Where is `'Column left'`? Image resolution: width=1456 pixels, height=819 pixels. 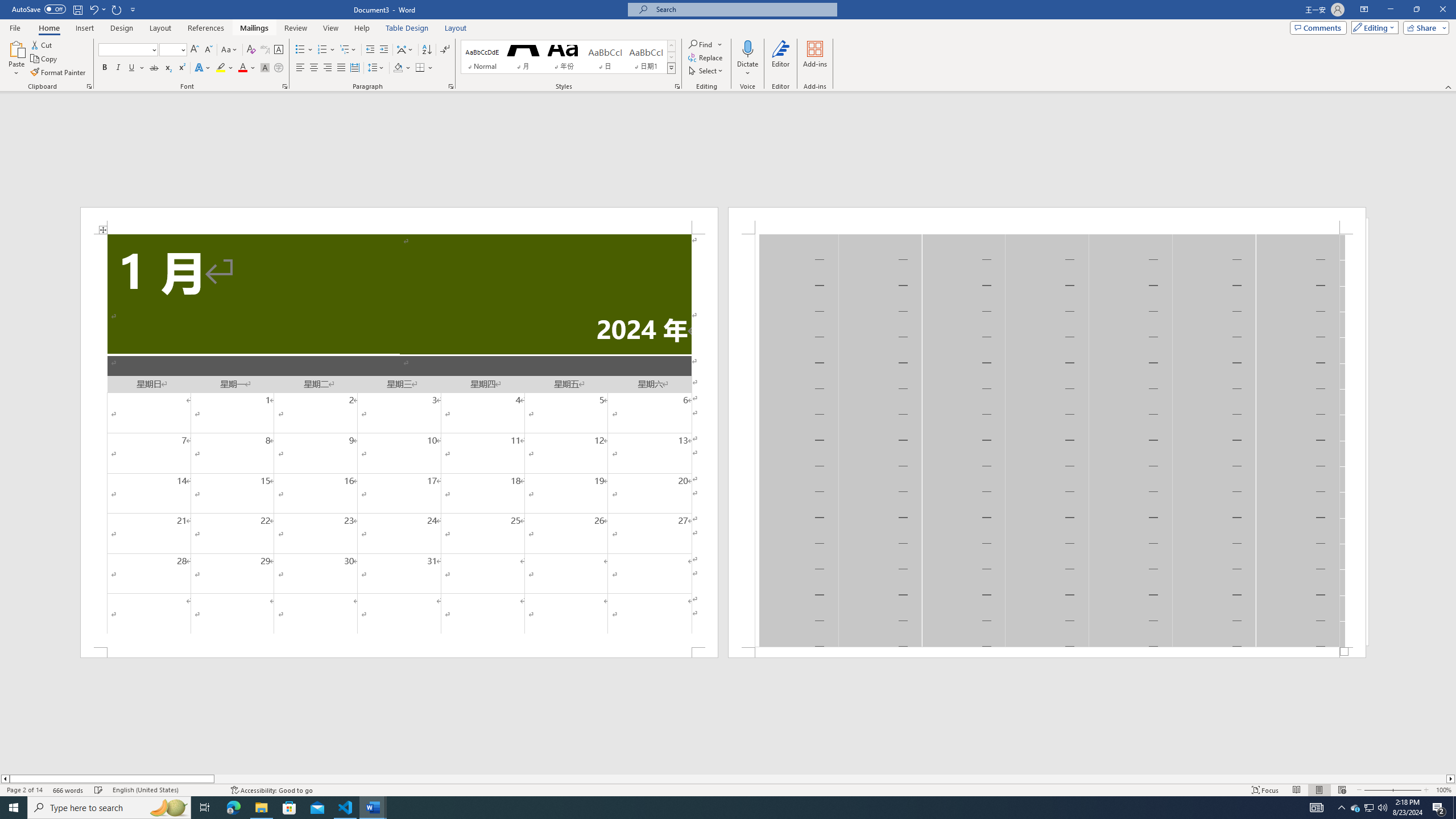 'Column left' is located at coordinates (5, 778).